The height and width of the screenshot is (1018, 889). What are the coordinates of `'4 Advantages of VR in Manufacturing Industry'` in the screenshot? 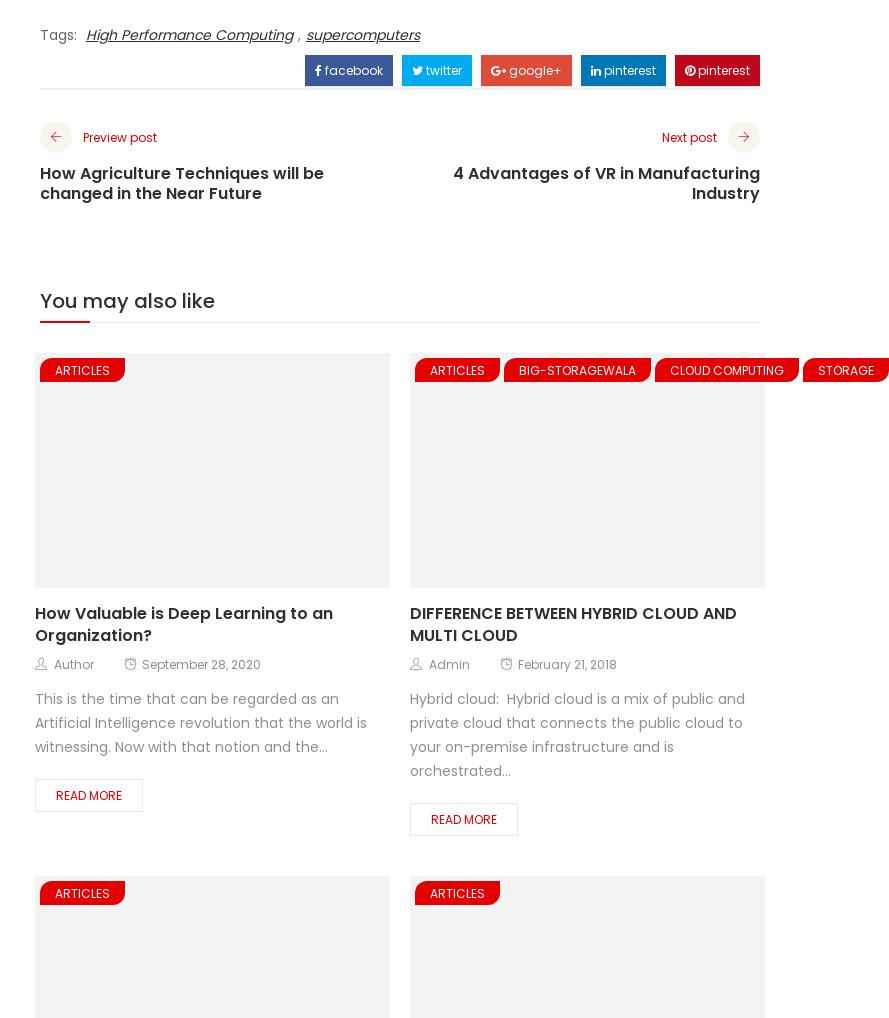 It's located at (605, 182).